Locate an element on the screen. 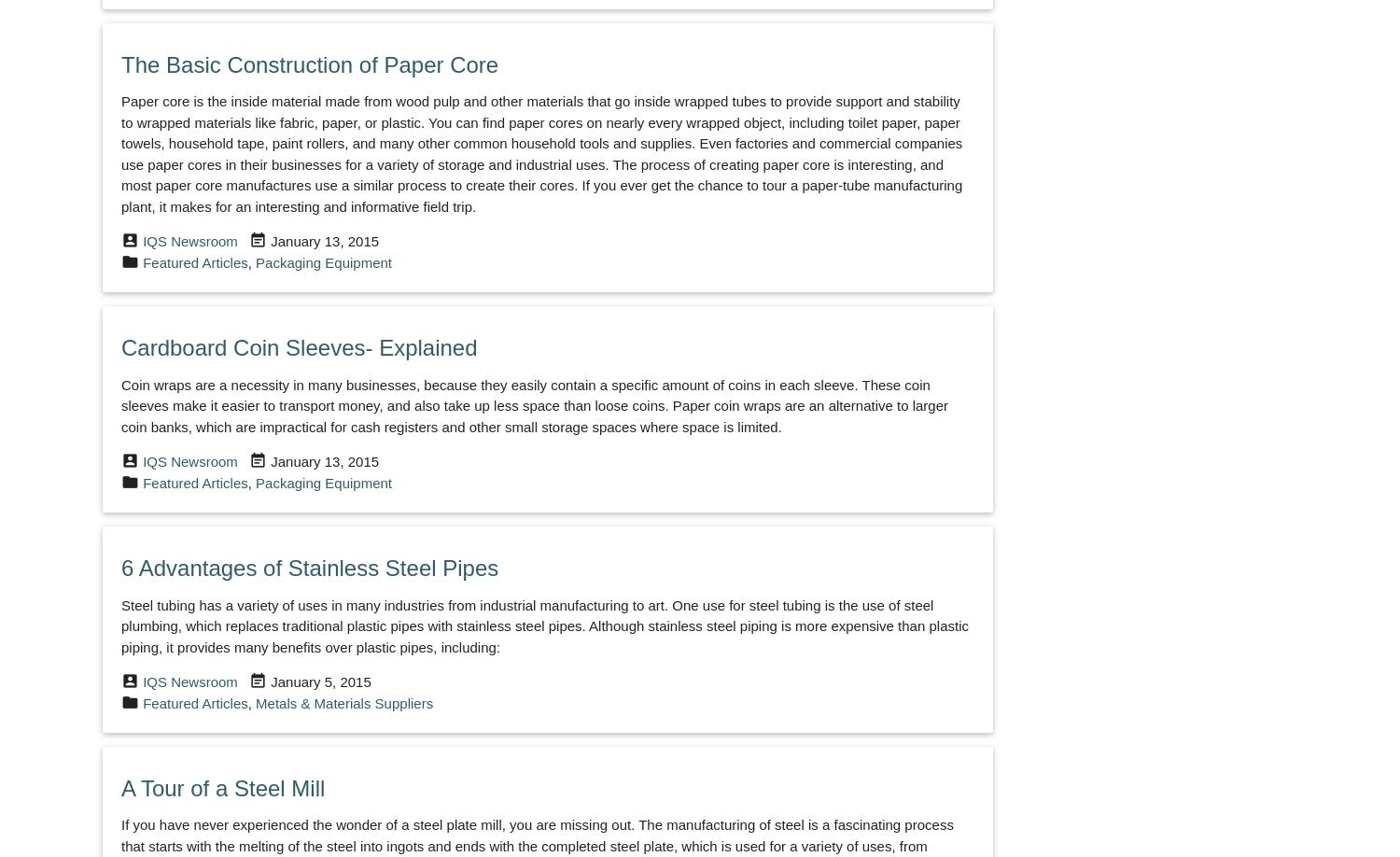 The width and height of the screenshot is (1400, 857). 'Featured Industries' is located at coordinates (148, 600).